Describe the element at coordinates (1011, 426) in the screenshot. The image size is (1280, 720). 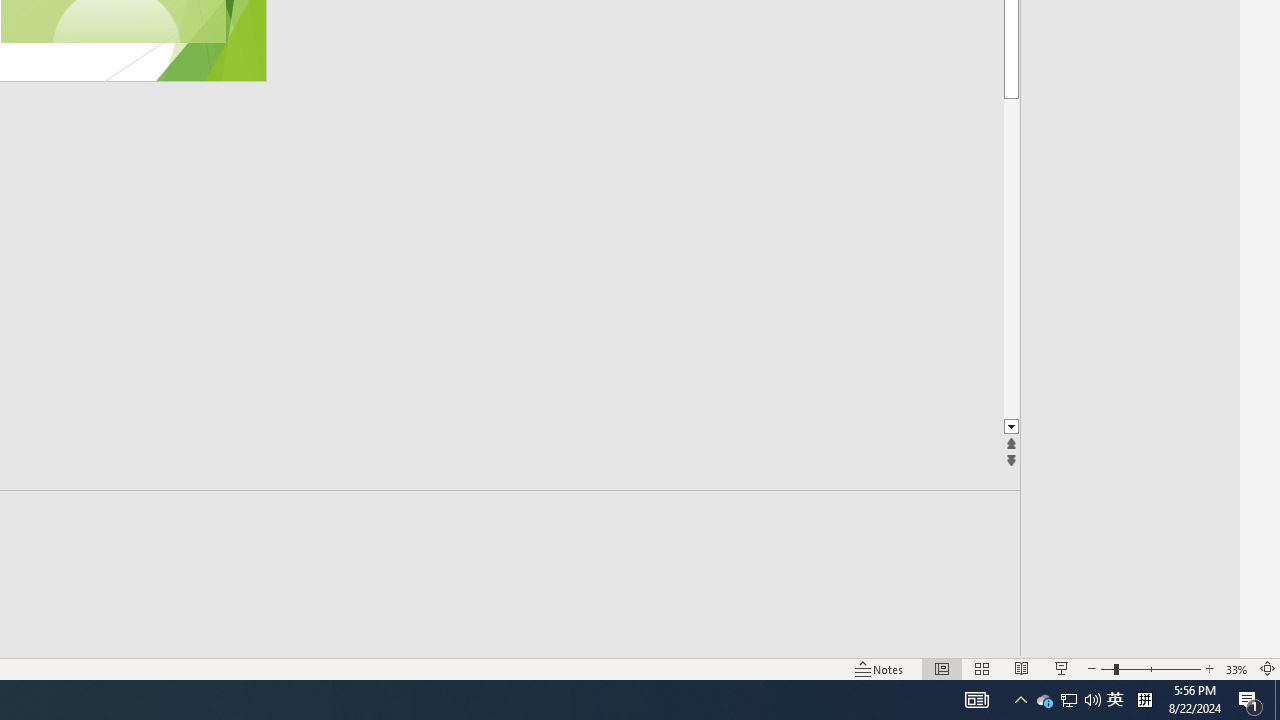
I see `'Line down'` at that location.